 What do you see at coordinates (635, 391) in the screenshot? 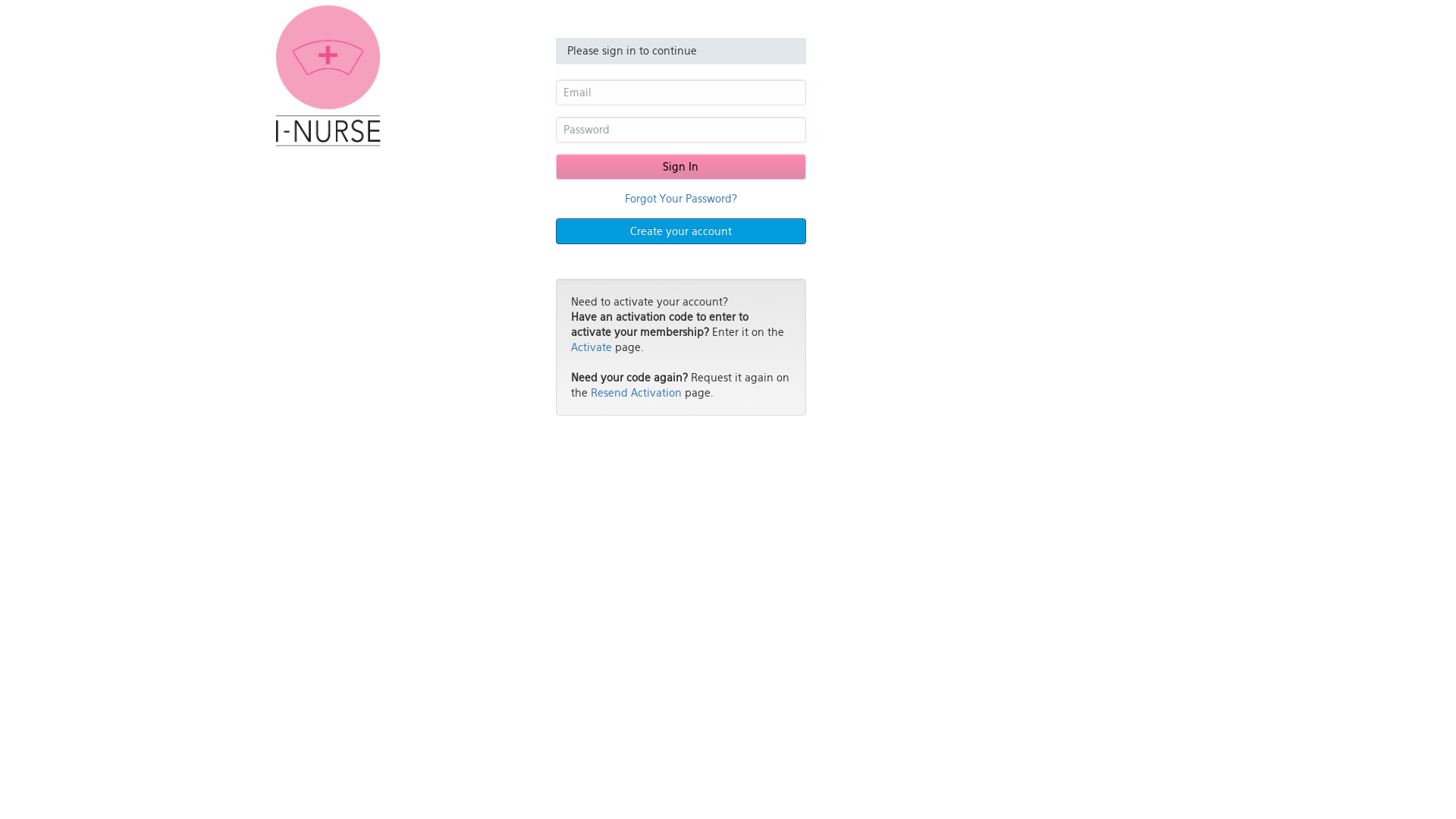
I see `'Resend Activation'` at bounding box center [635, 391].